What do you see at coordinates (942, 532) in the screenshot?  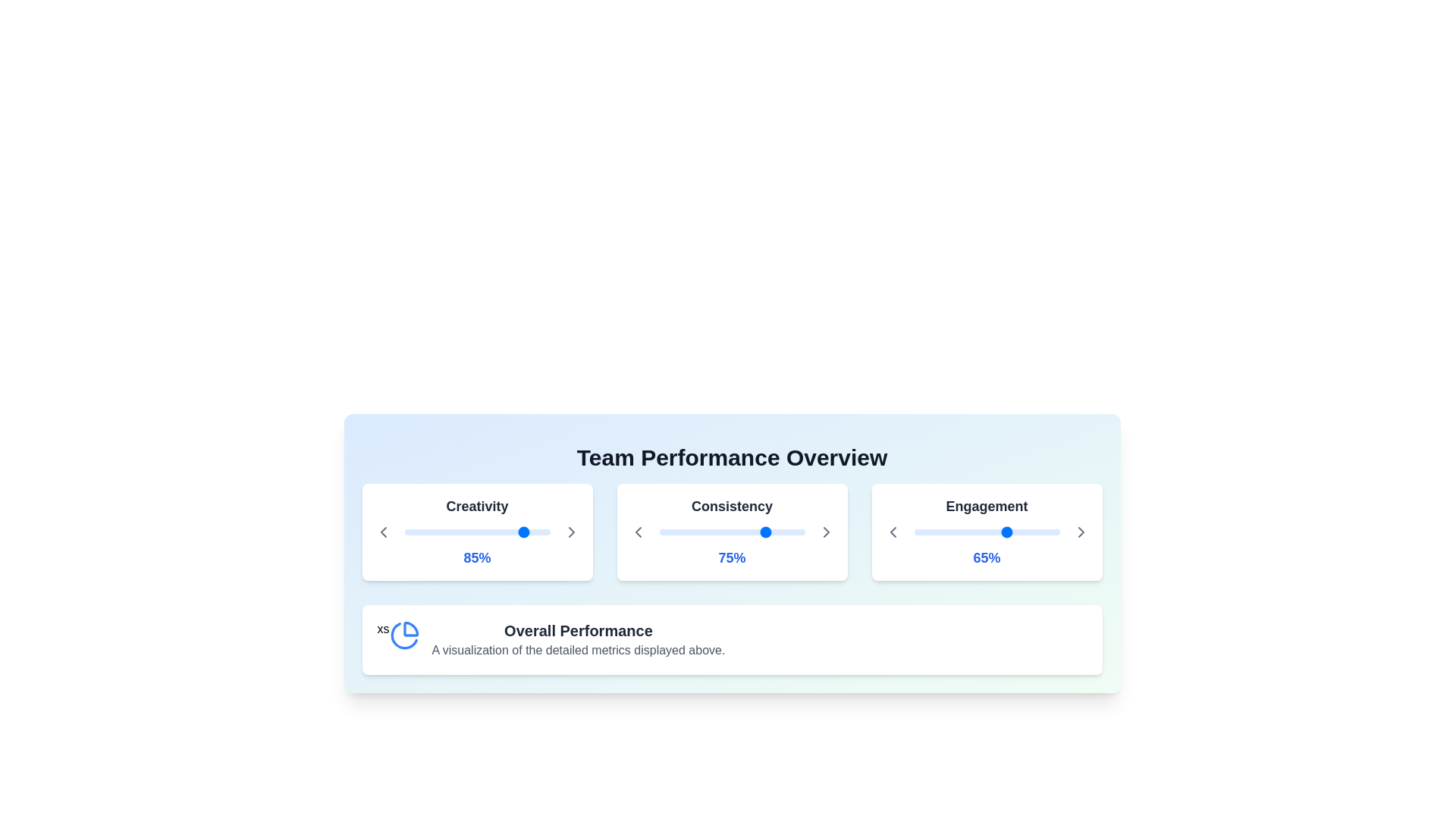 I see `the engagement value` at bounding box center [942, 532].